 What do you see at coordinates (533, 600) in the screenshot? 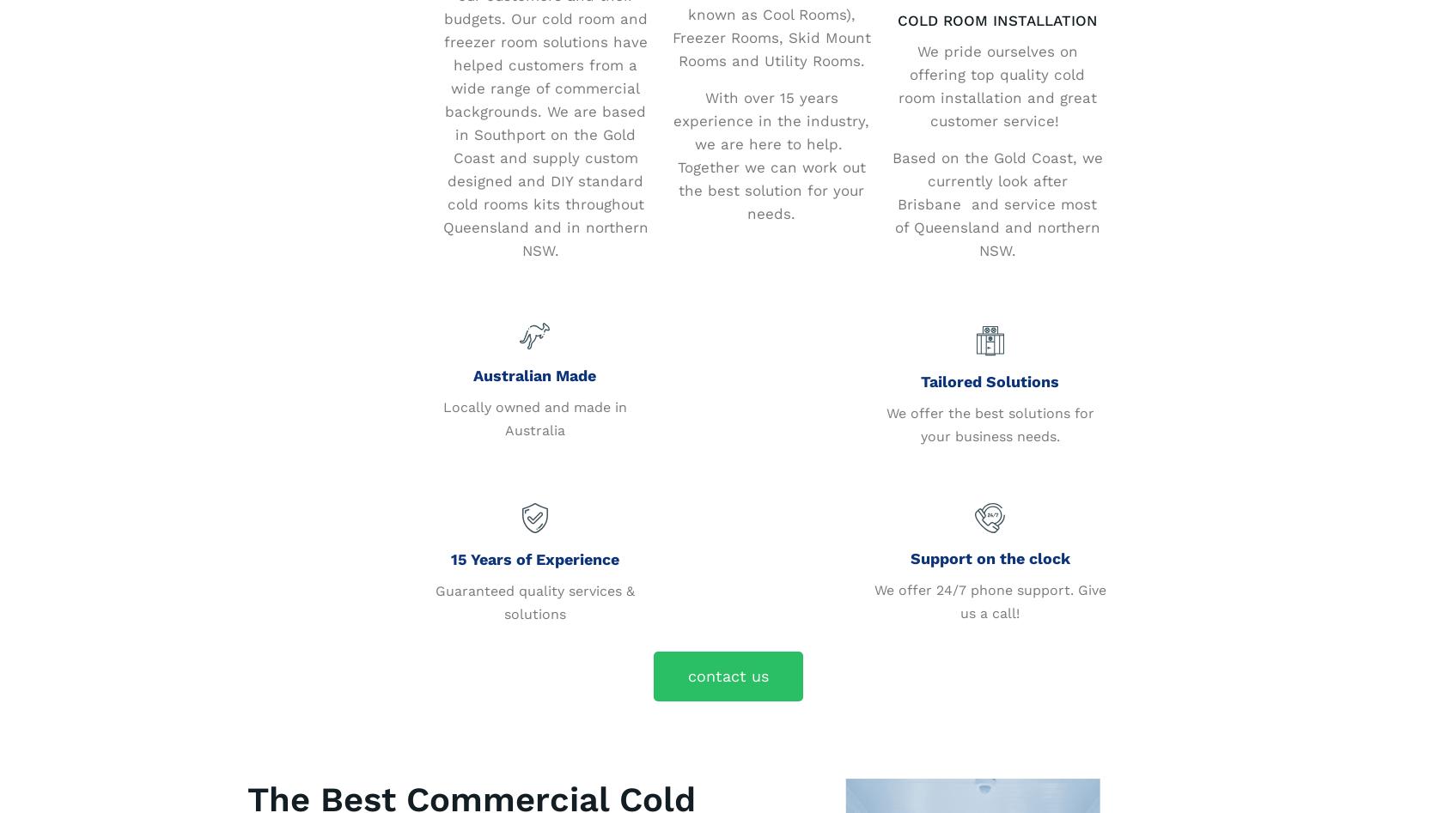
I see `'Guaranteed quality services & solutions'` at bounding box center [533, 600].